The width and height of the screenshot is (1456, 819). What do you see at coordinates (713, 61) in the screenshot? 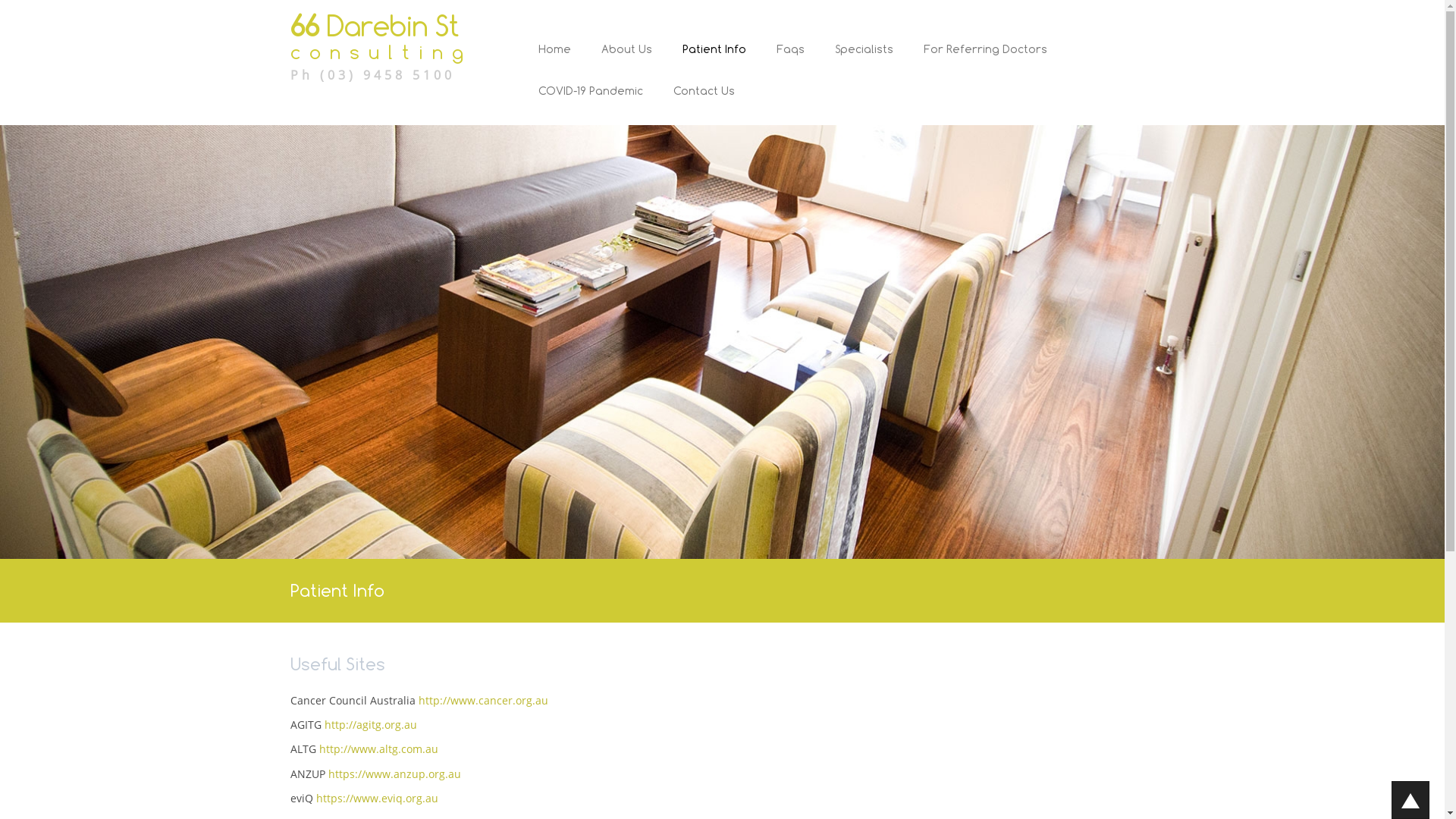
I see `'Patient Info'` at bounding box center [713, 61].